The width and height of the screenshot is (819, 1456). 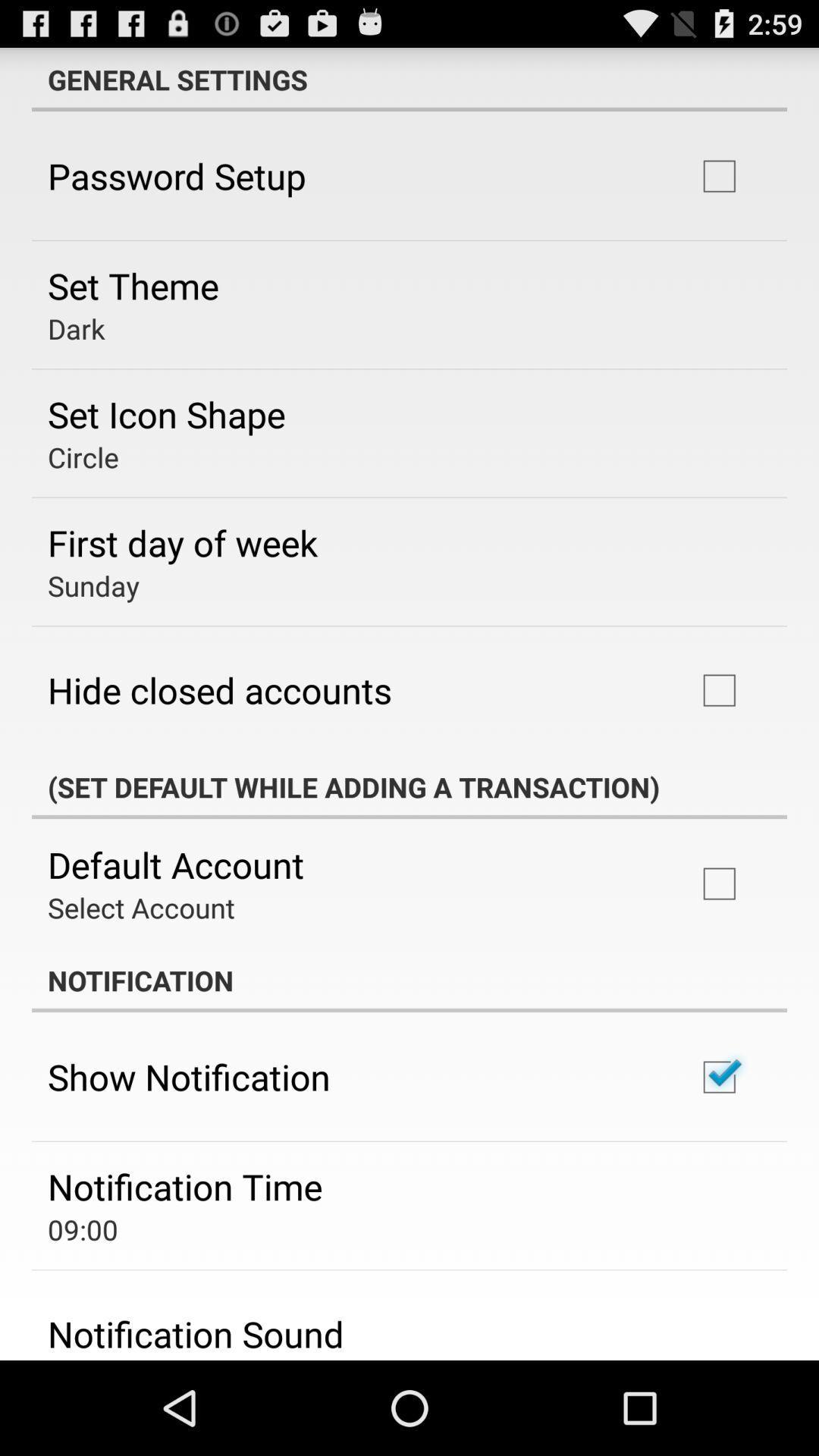 What do you see at coordinates (219, 689) in the screenshot?
I see `item above set default while app` at bounding box center [219, 689].